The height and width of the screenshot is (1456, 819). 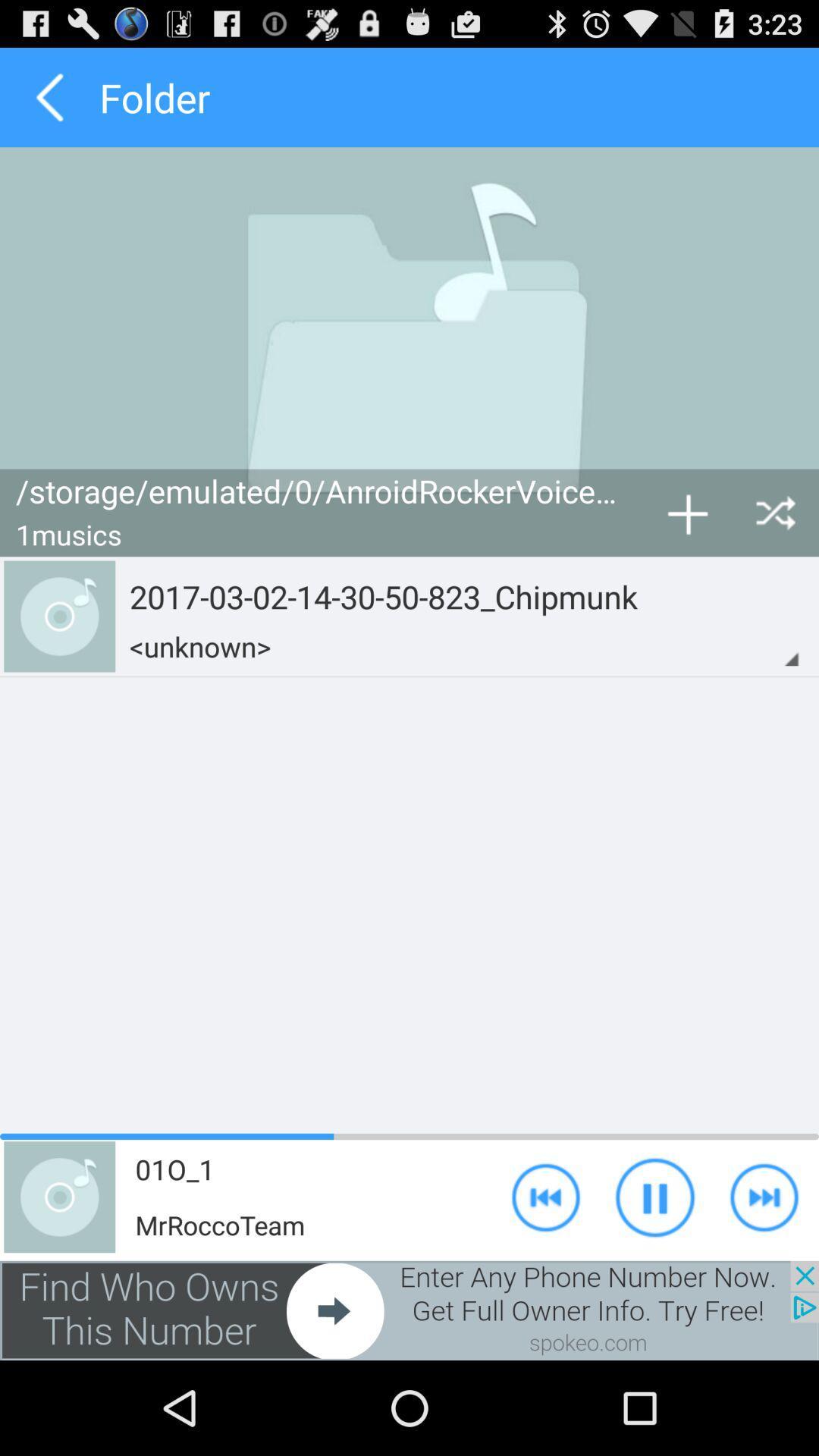 What do you see at coordinates (764, 1196) in the screenshot?
I see `forward option` at bounding box center [764, 1196].